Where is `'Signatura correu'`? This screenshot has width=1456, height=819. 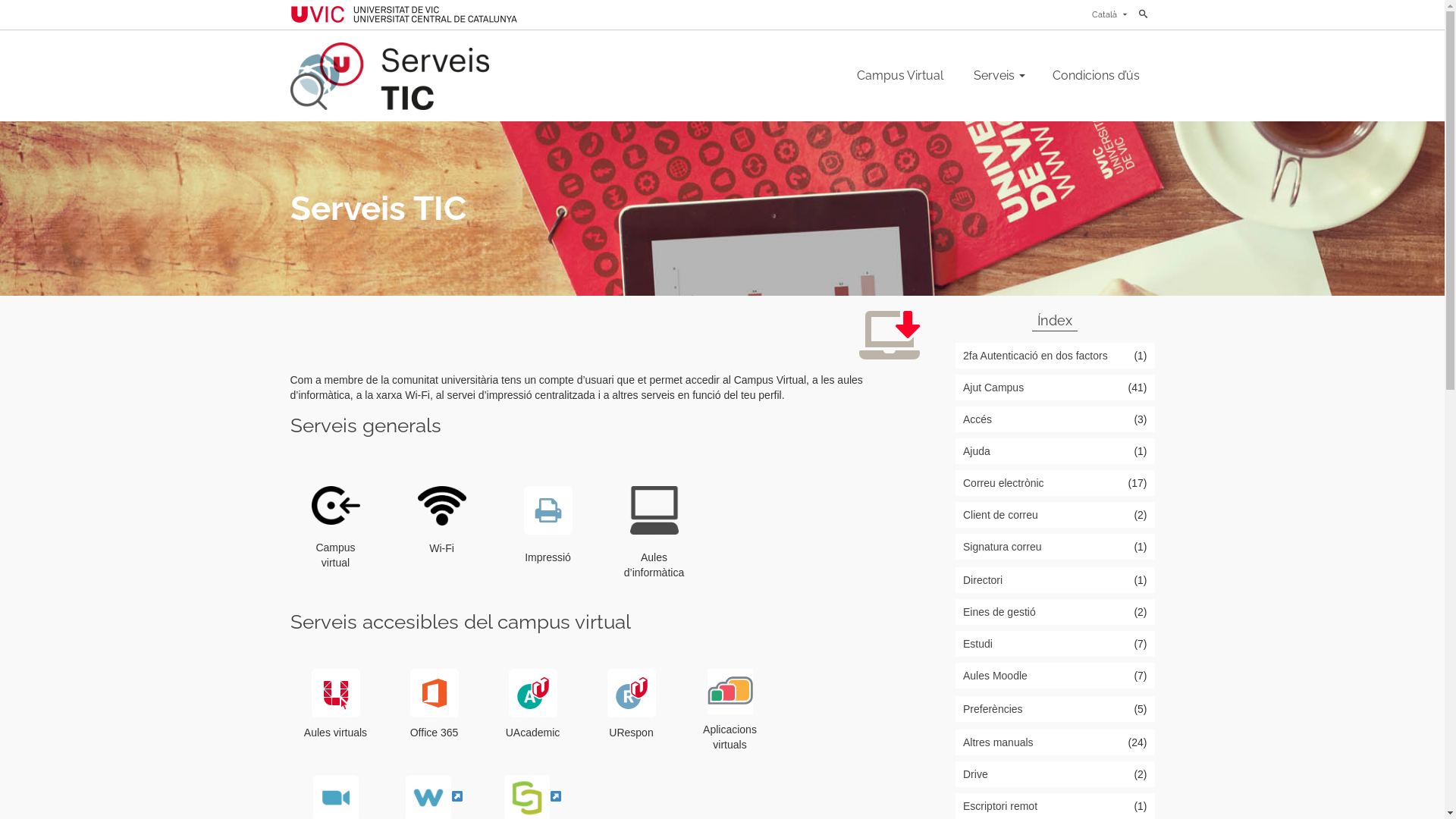
'Signatura correu' is located at coordinates (1054, 547).